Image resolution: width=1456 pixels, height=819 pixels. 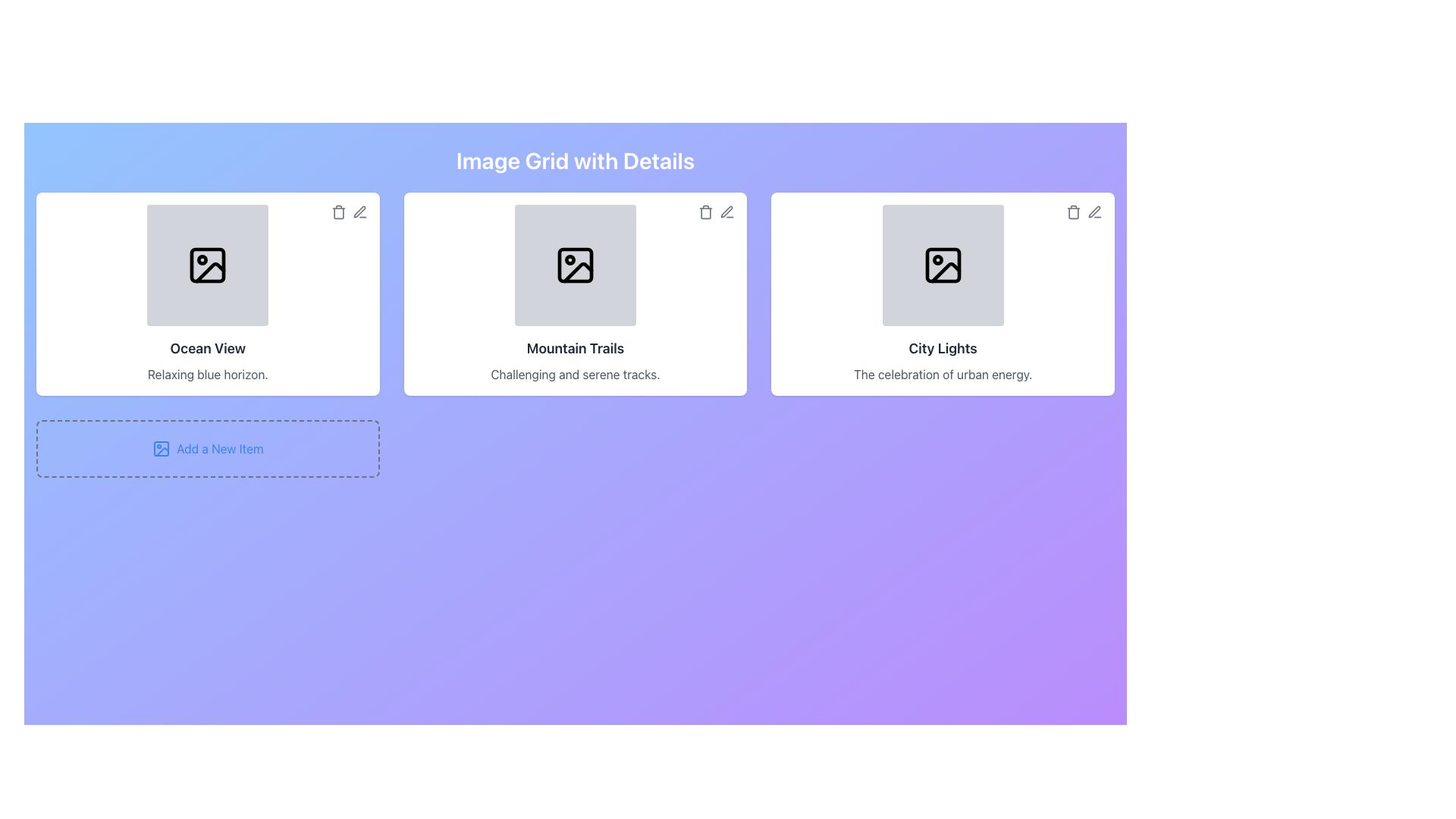 What do you see at coordinates (207, 265) in the screenshot?
I see `the image placeholder or graphical icon located at the center-top of the 'Ocean View' section to interact` at bounding box center [207, 265].